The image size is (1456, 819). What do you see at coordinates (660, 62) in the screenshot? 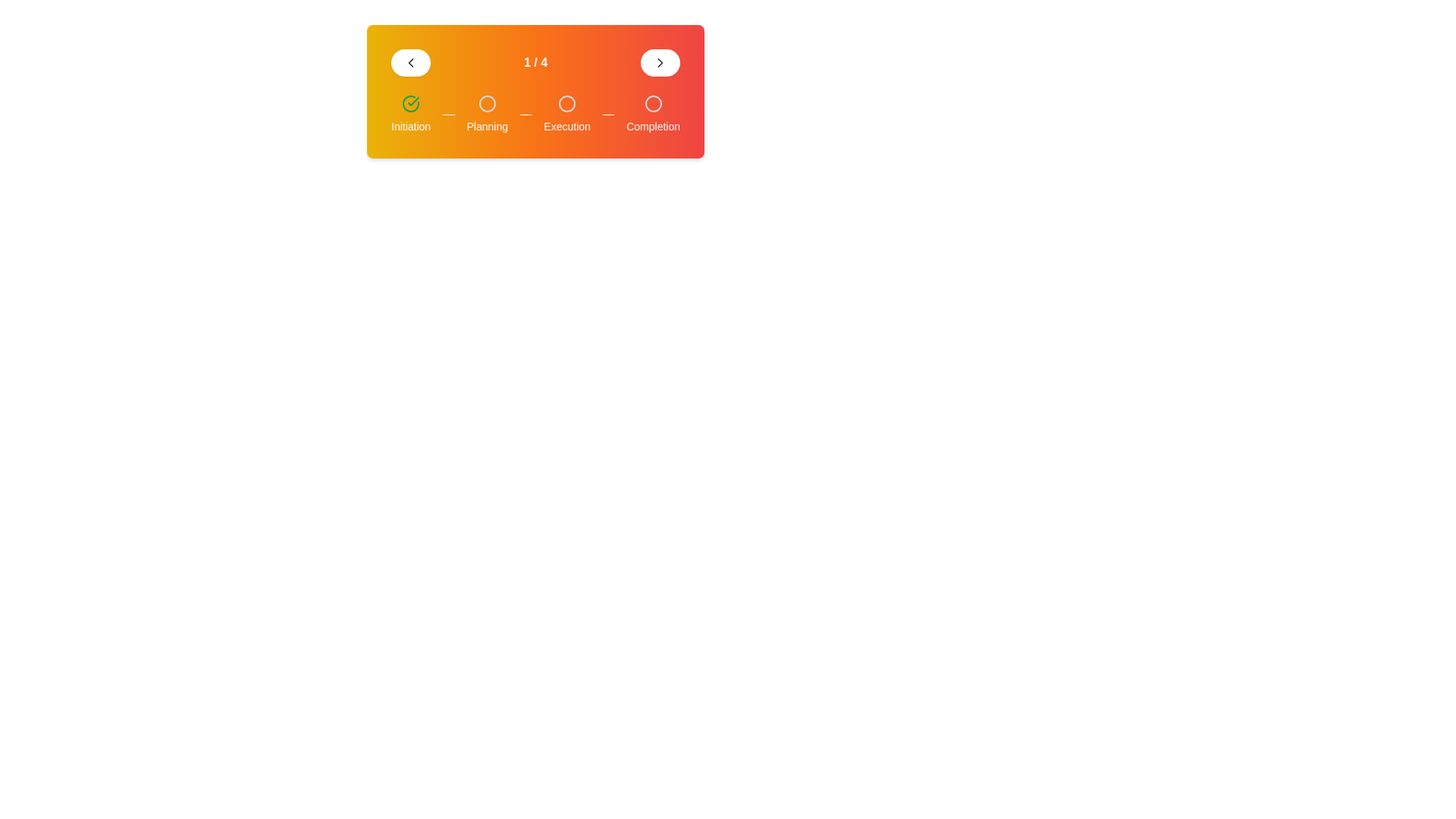
I see `the navigation button located on the far-right side of the horizontal navigation bar, which is adjacent to the '1 / 4' progression counter text` at bounding box center [660, 62].